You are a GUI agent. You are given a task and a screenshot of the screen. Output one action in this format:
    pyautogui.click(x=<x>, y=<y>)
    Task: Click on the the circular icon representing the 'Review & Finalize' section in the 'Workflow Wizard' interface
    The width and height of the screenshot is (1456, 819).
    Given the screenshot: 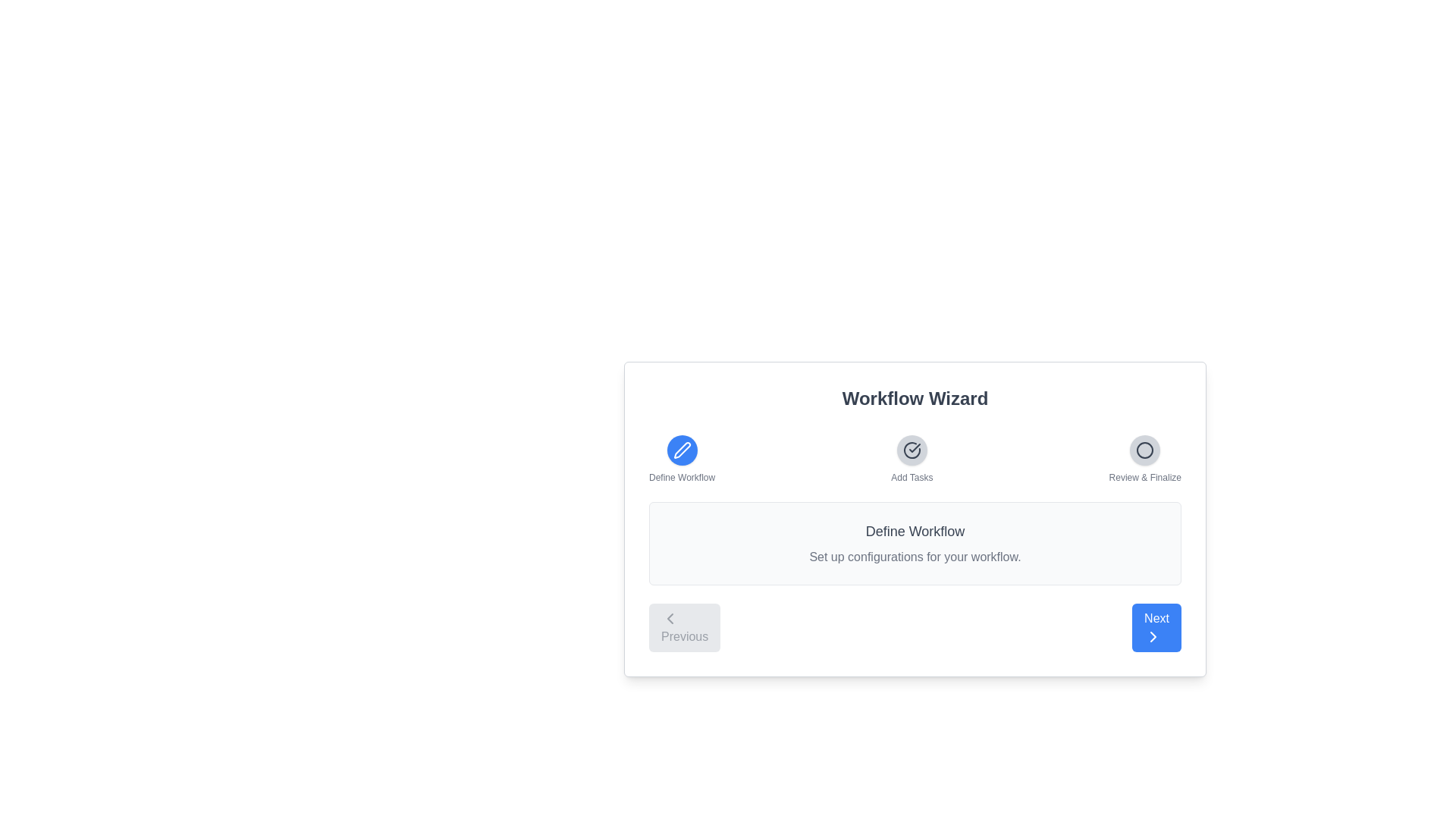 What is the action you would take?
    pyautogui.click(x=1145, y=450)
    